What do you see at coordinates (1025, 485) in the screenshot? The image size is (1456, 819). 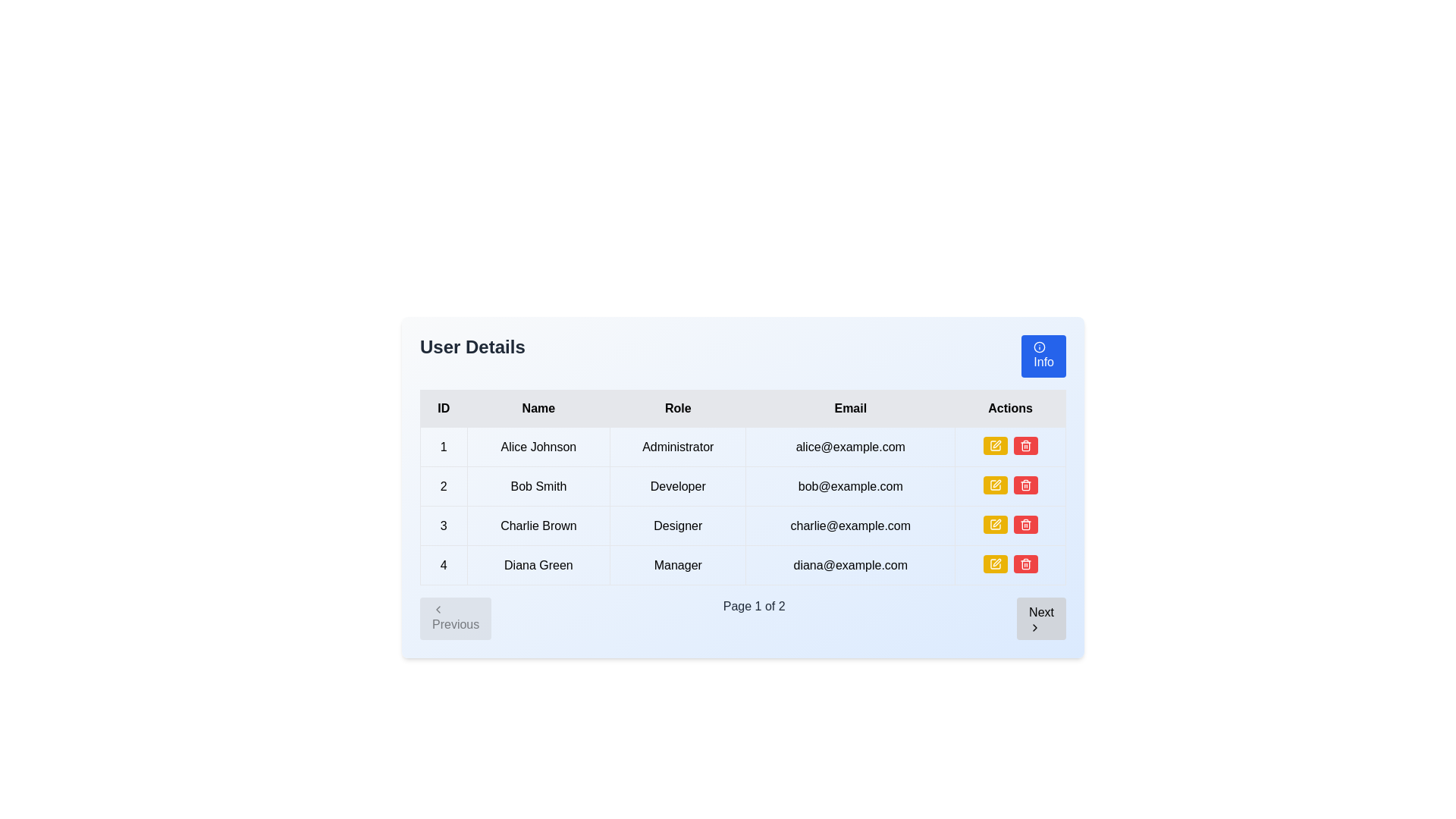 I see `the red trash can icon button` at bounding box center [1025, 485].